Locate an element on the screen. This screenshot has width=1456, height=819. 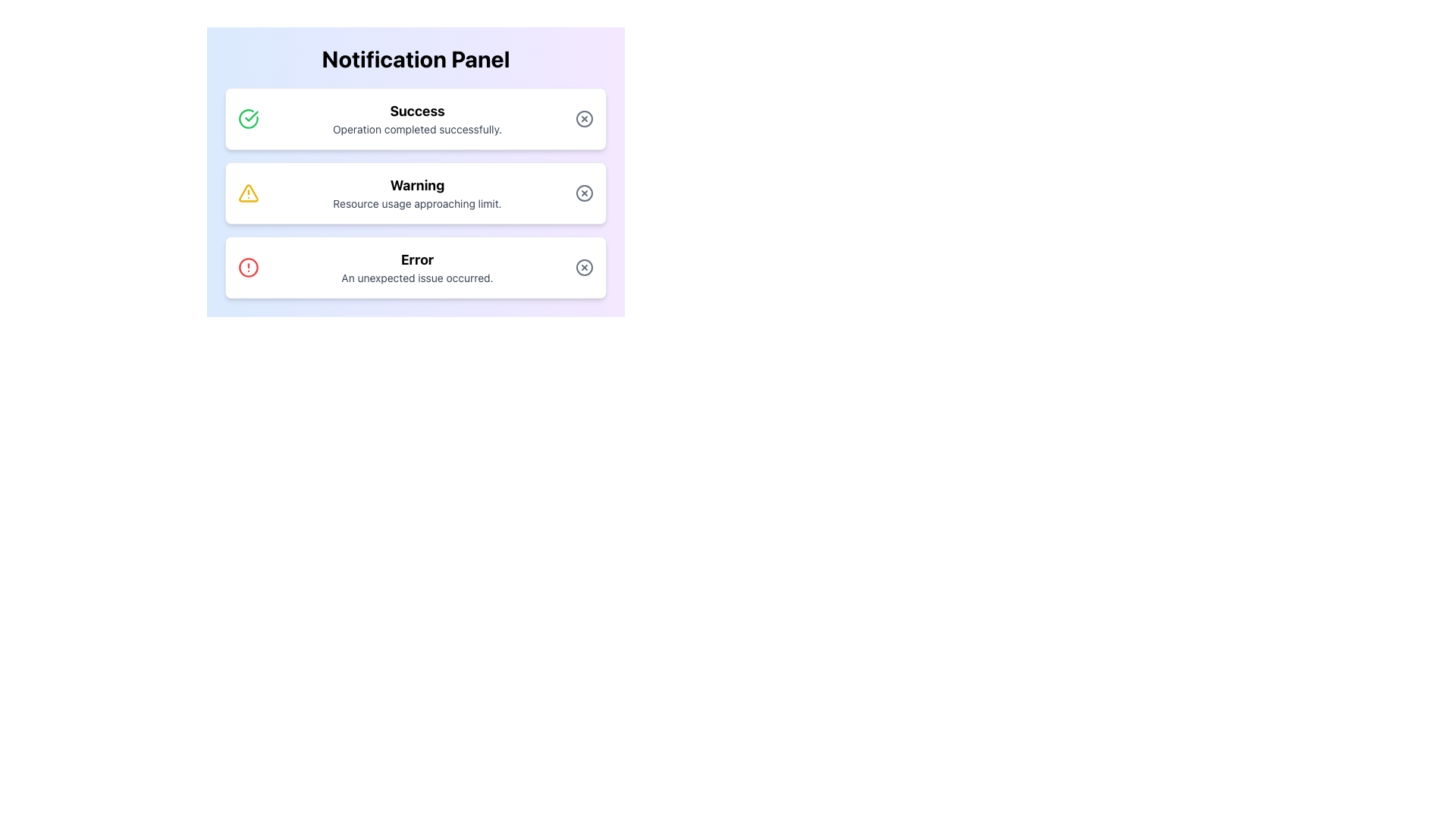
the bold, large-sized text displaying 'Success' within the first notification card, which is centrally aligned and indicates the completion of an operation is located at coordinates (417, 110).